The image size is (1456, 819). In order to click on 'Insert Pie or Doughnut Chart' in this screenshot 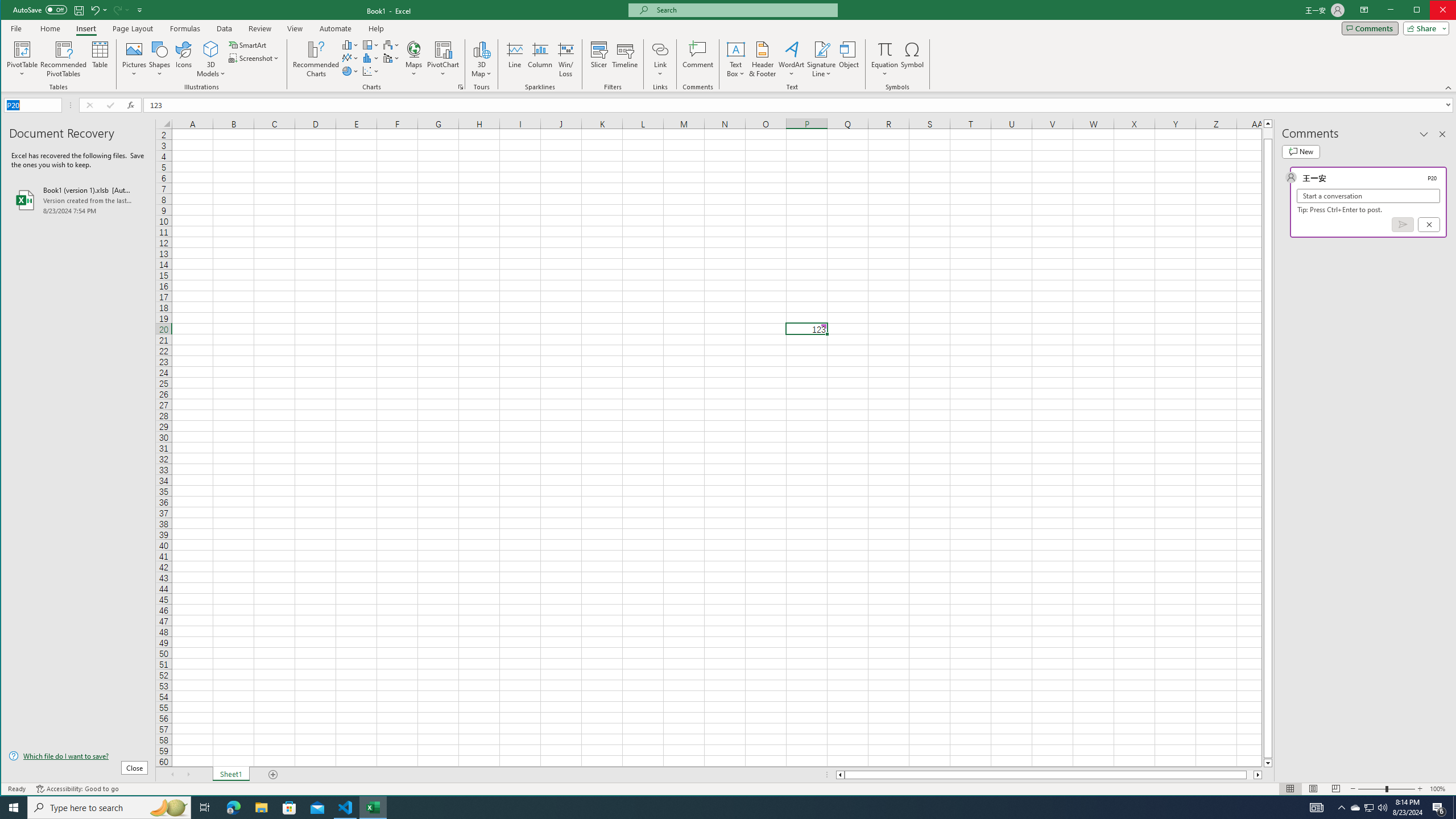, I will do `click(350, 71)`.